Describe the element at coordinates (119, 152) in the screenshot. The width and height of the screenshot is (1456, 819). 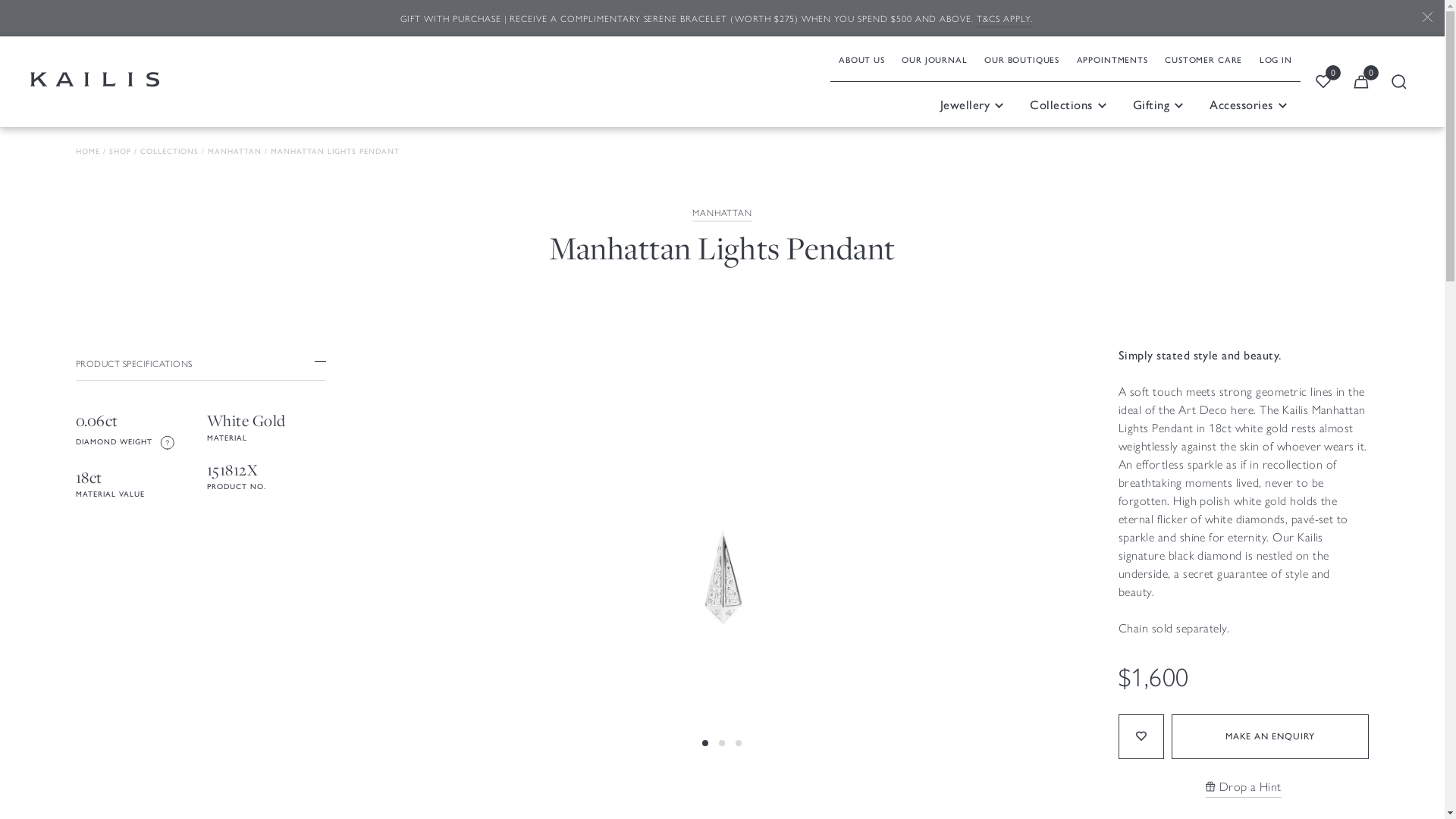
I see `'SHOP'` at that location.